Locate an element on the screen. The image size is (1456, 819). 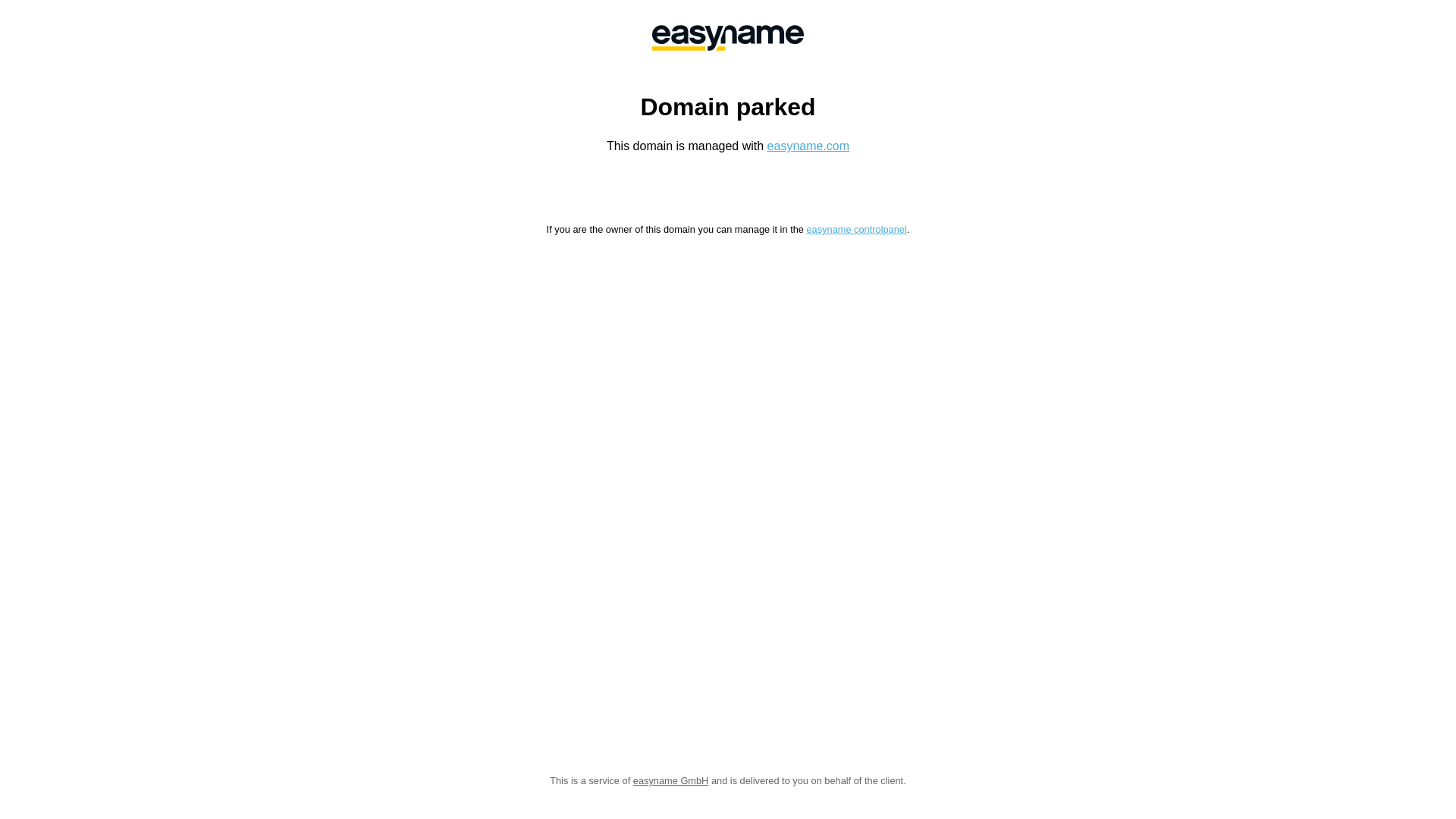
'easyname.com' is located at coordinates (808, 146).